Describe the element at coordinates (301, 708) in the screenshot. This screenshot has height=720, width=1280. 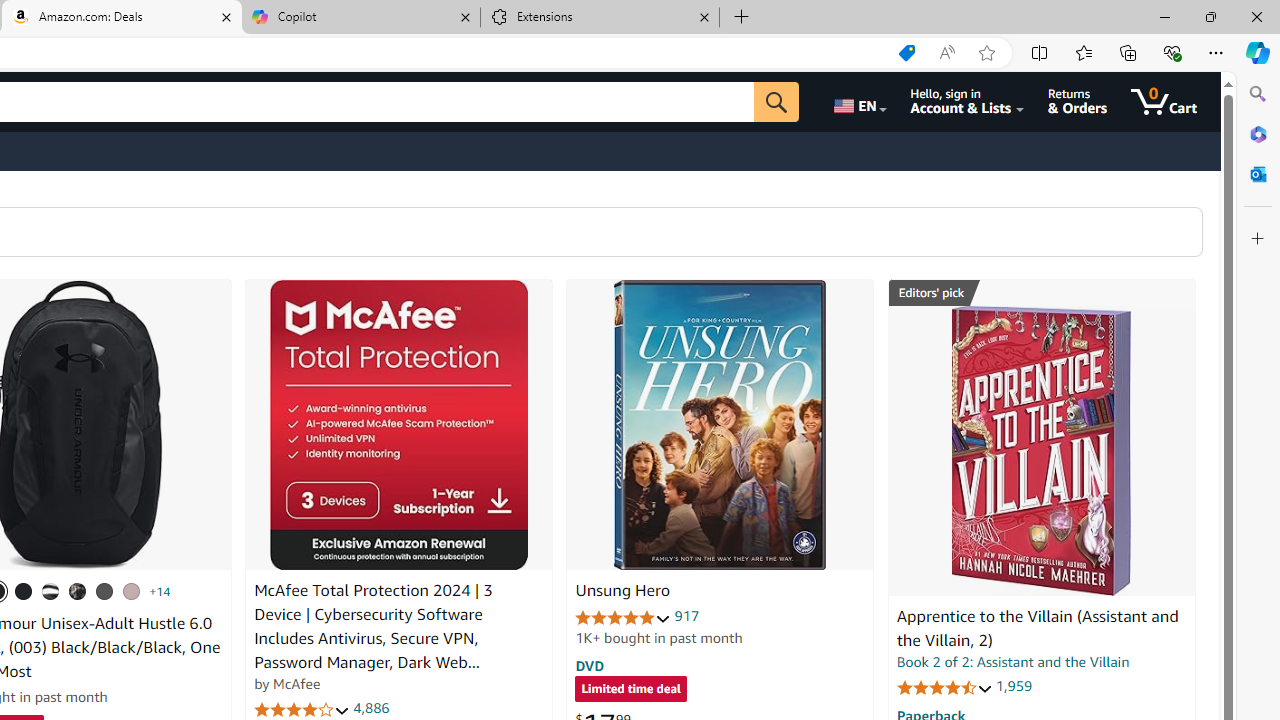
I see `'4.1 out of 5 stars'` at that location.